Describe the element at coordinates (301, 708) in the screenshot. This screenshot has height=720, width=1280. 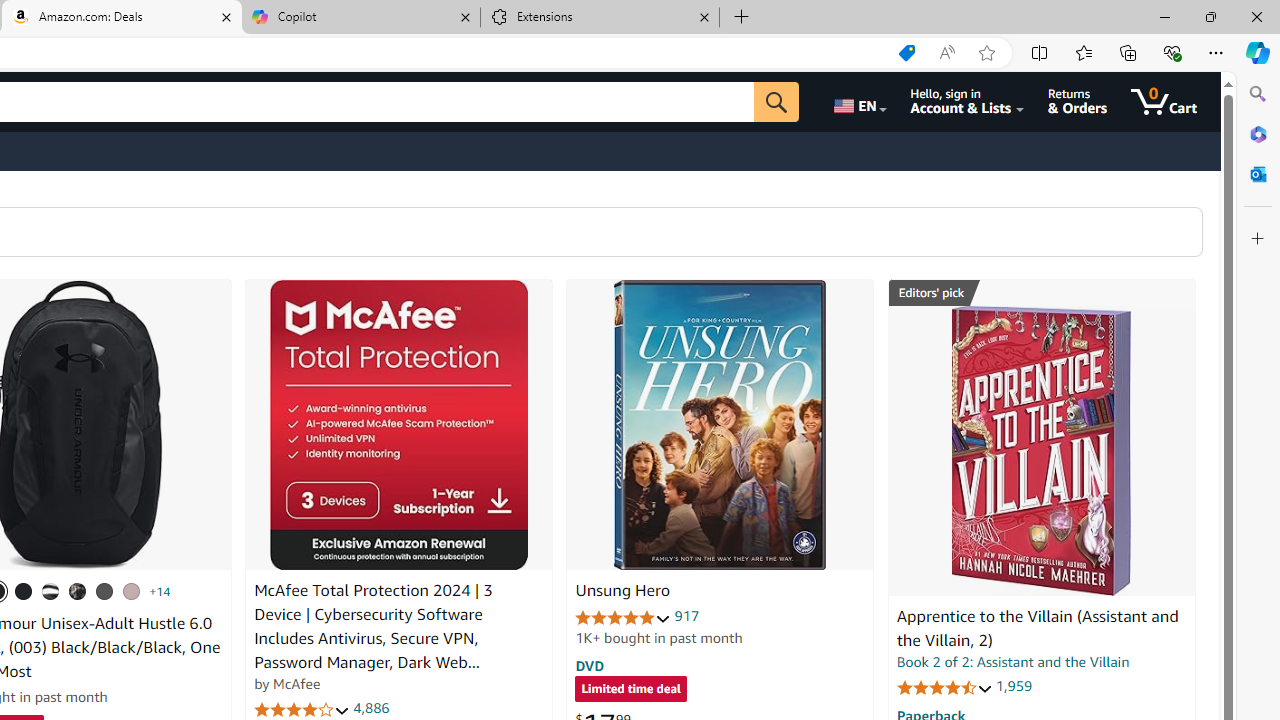
I see `'4.1 out of 5 stars'` at that location.